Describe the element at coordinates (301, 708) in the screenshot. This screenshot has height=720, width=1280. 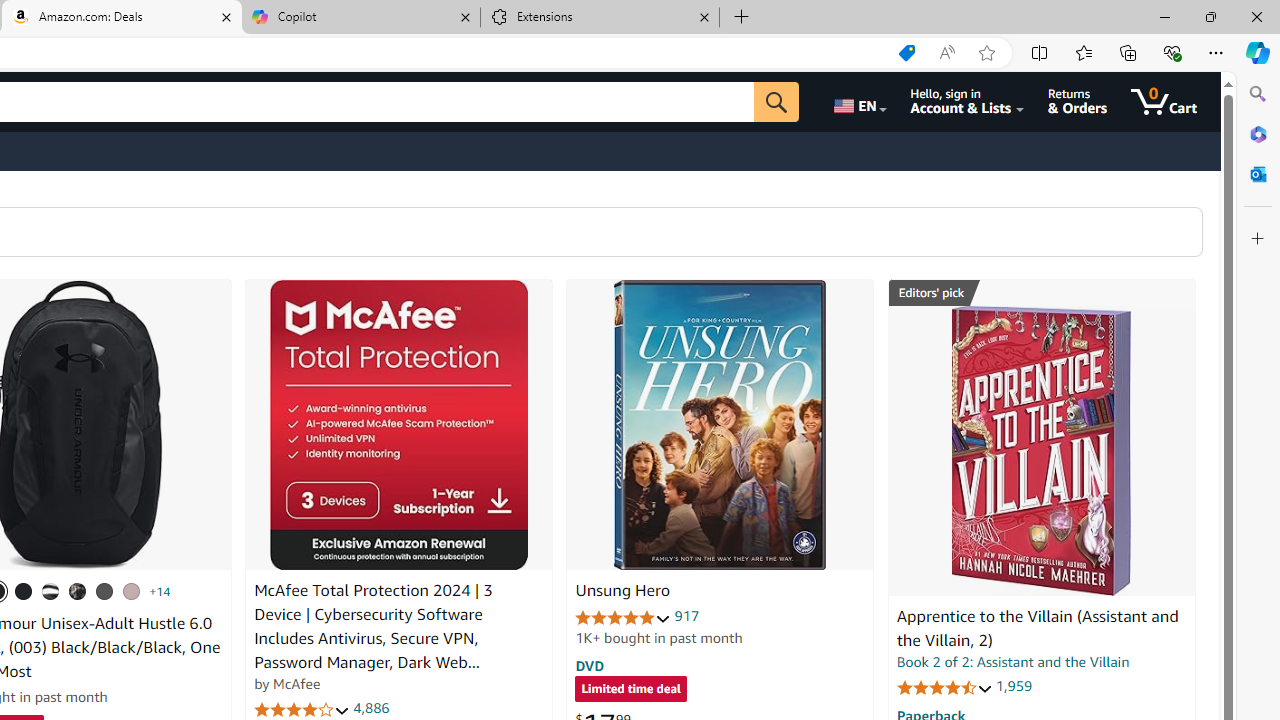
I see `'4.1 out of 5 stars'` at that location.